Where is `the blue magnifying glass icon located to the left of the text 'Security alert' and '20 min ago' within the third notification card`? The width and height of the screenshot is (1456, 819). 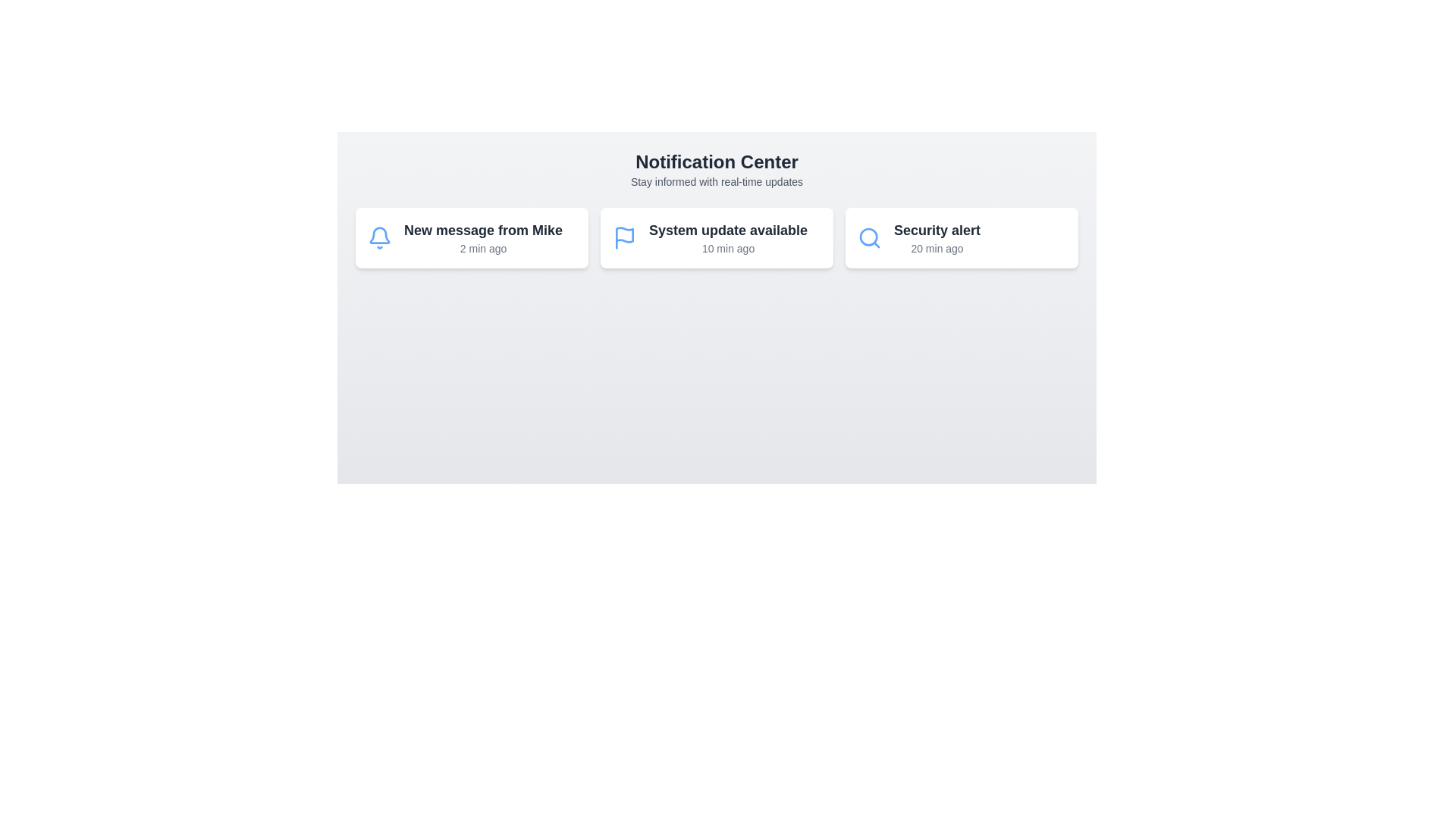 the blue magnifying glass icon located to the left of the text 'Security alert' and '20 min ago' within the third notification card is located at coordinates (870, 237).